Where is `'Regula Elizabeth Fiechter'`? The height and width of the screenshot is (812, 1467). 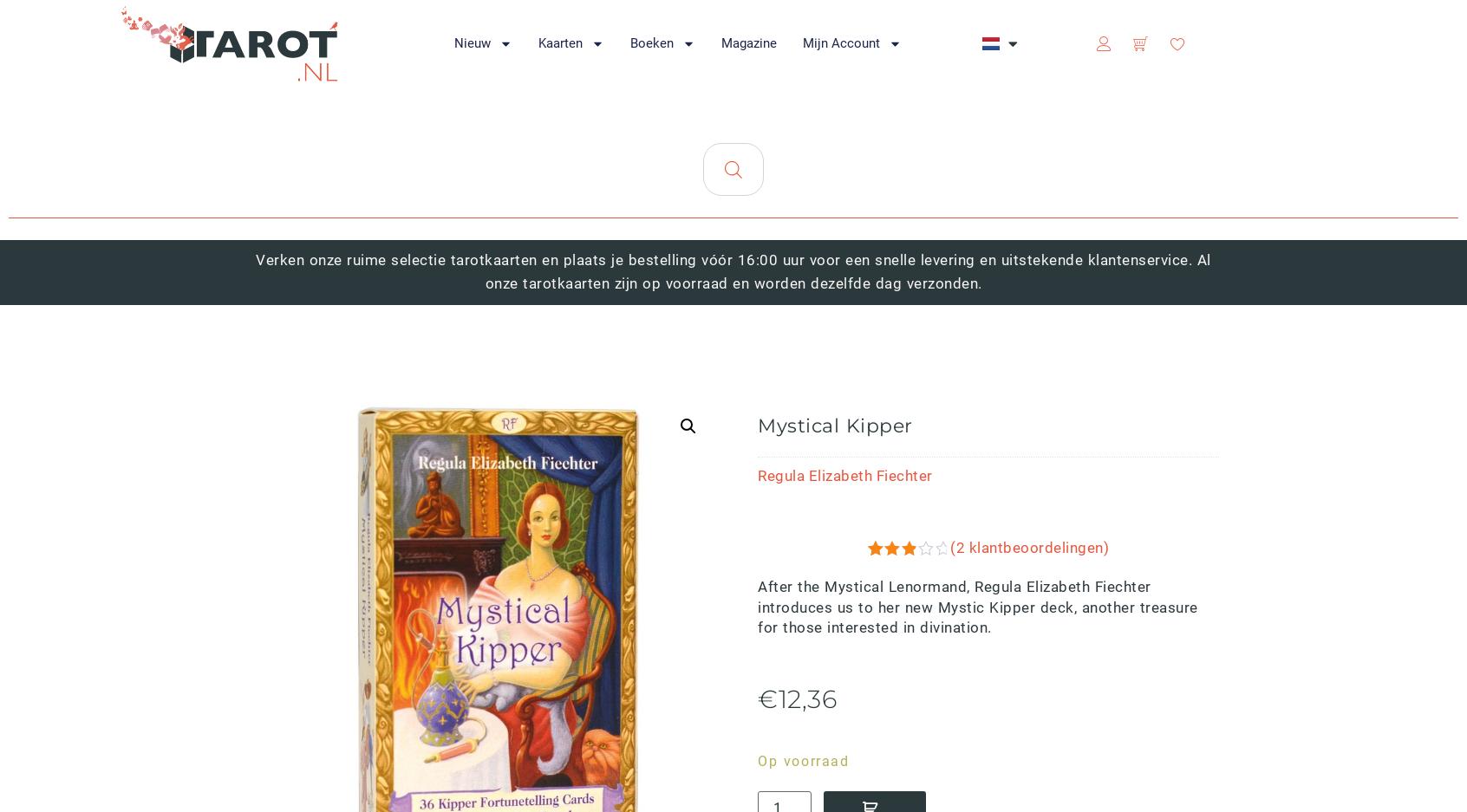 'Regula Elizabeth Fiechter' is located at coordinates (844, 474).